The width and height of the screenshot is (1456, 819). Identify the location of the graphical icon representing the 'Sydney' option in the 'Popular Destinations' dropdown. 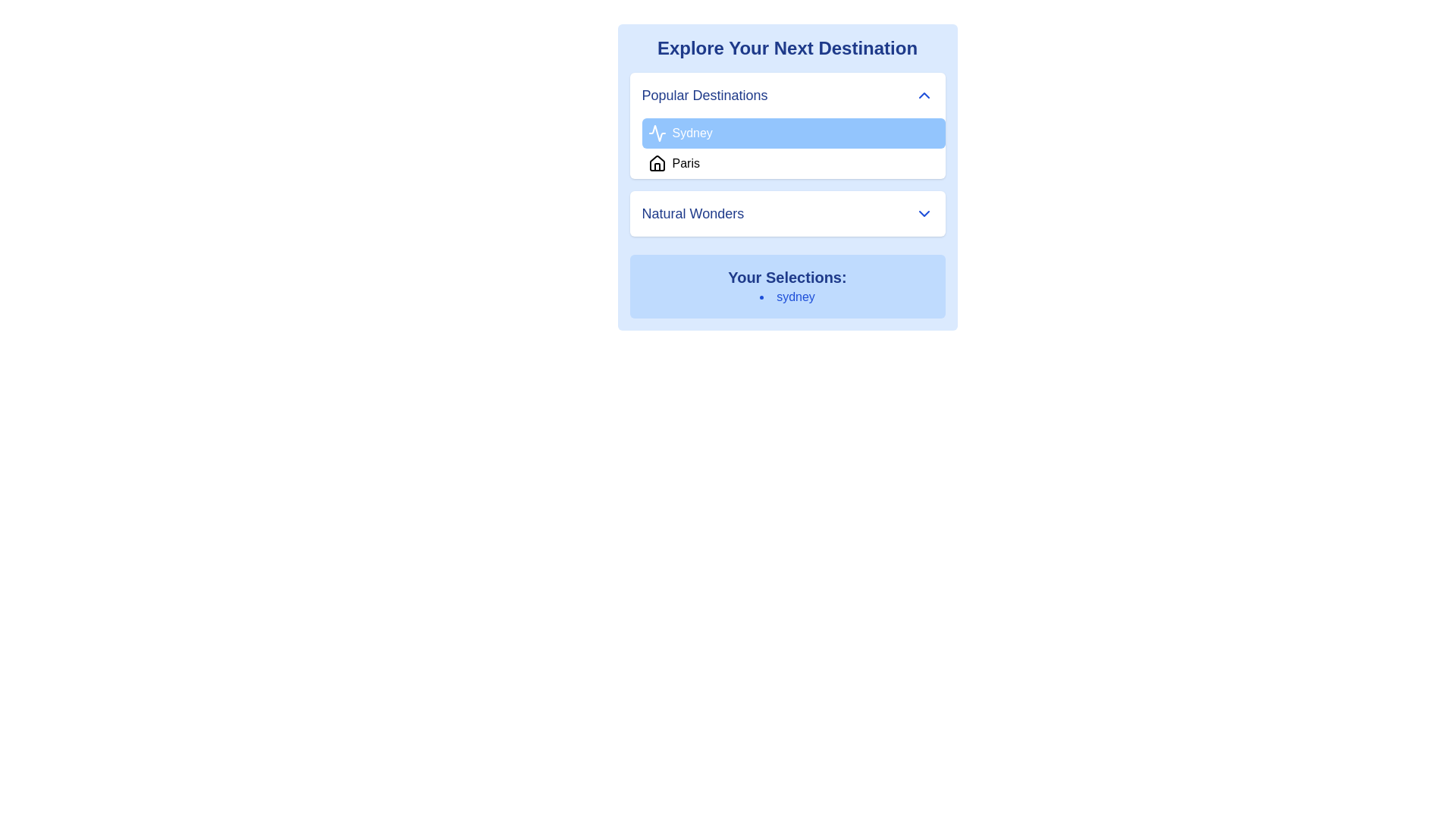
(657, 133).